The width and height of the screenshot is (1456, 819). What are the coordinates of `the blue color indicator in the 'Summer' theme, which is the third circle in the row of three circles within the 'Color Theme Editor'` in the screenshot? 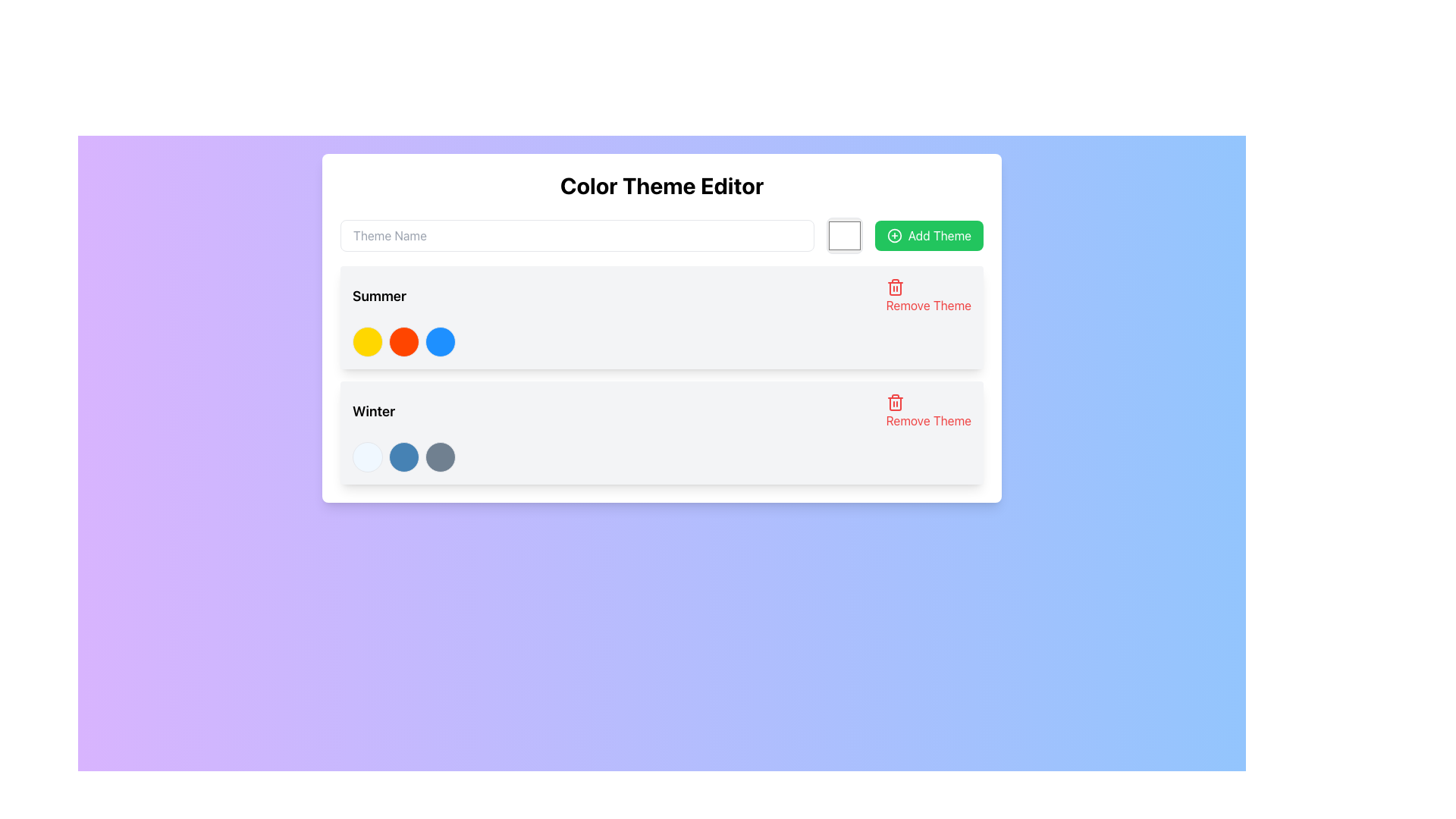 It's located at (439, 342).